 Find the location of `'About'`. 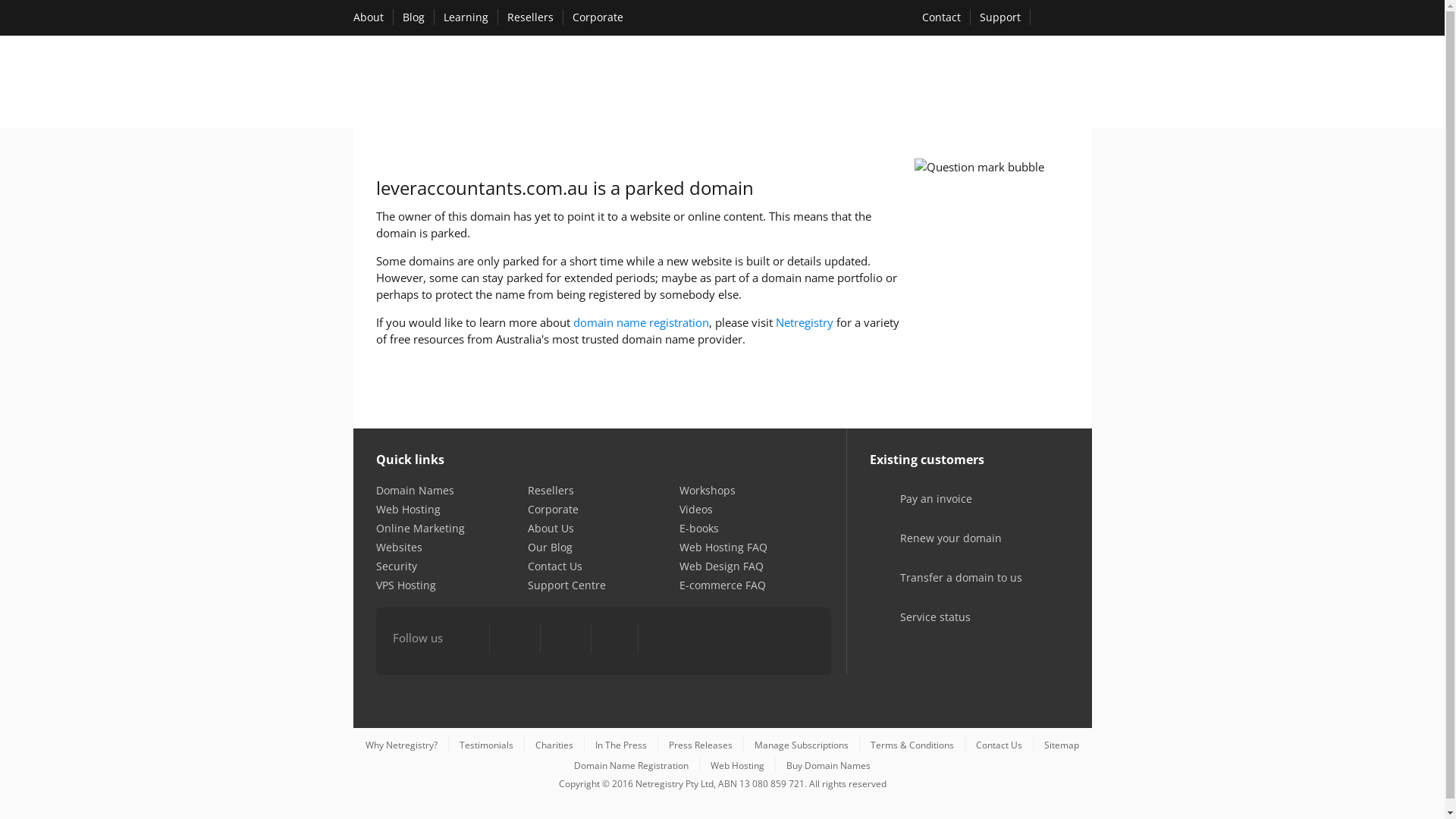

'About' is located at coordinates (368, 17).